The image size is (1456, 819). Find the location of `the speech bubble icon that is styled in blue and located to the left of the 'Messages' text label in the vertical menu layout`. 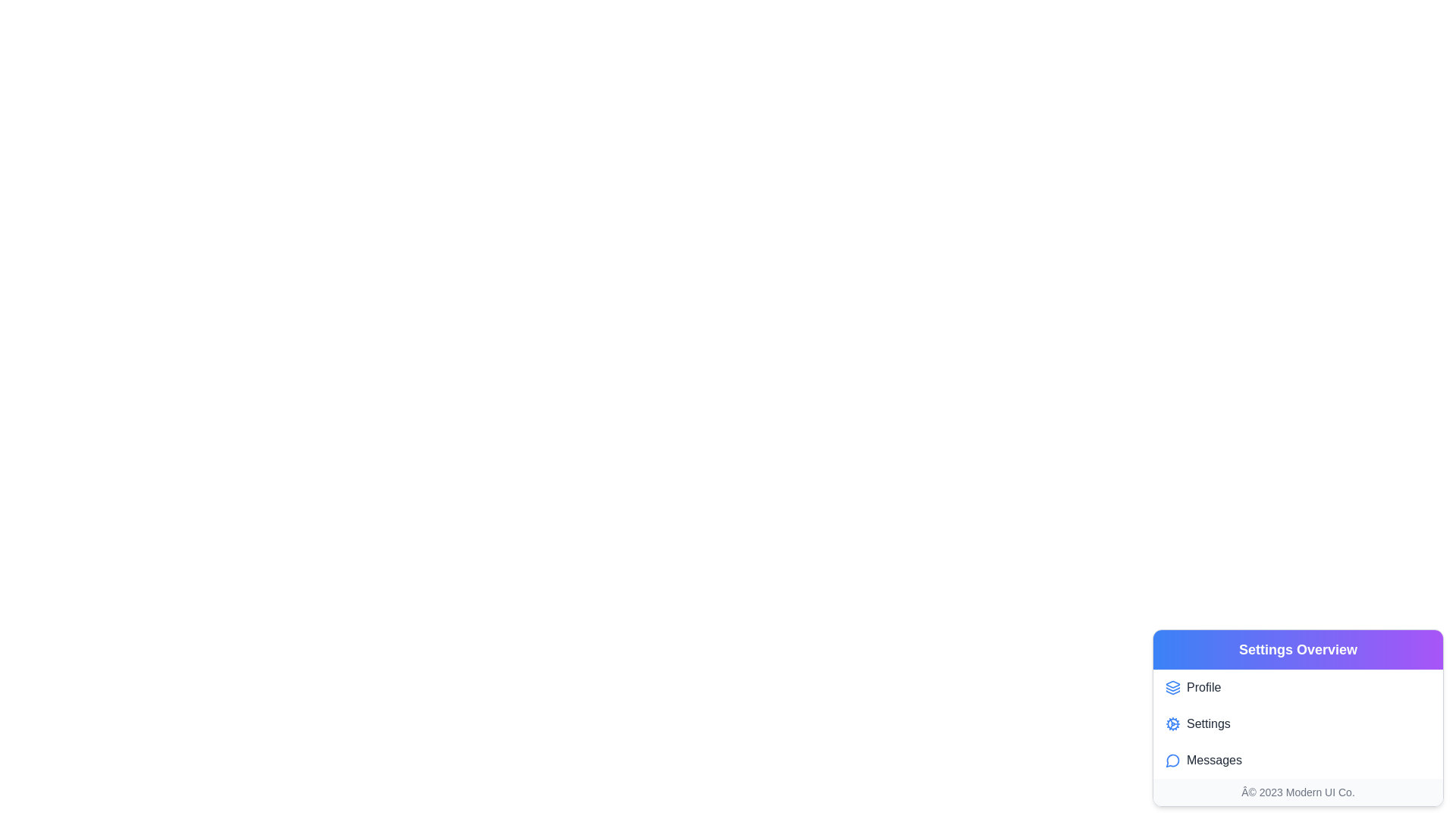

the speech bubble icon that is styled in blue and located to the left of the 'Messages' text label in the vertical menu layout is located at coordinates (1172, 760).